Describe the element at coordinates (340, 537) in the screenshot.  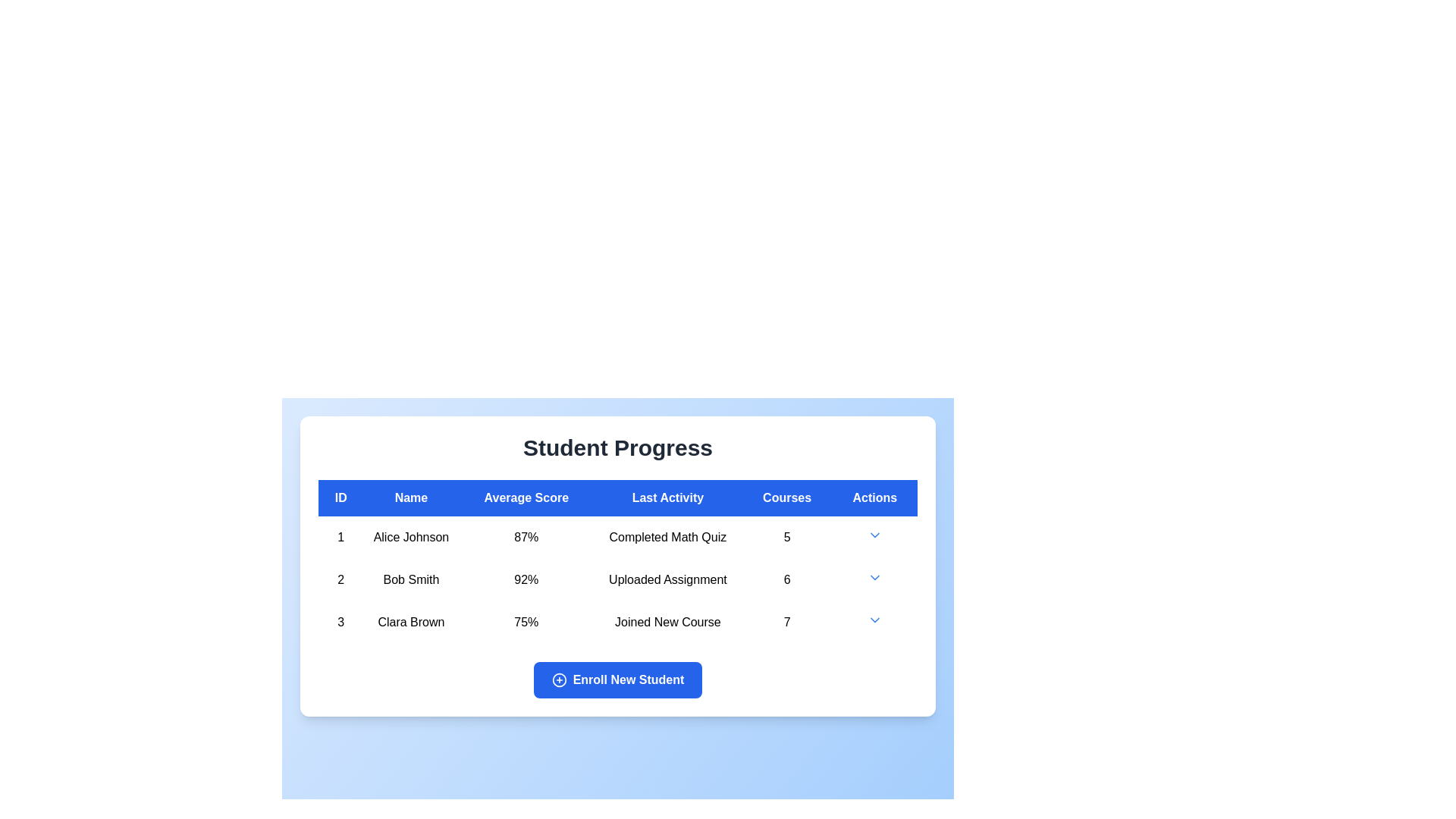
I see `the bold text element displaying the number '1' in the first column of the student information table under the 'ID' header` at that location.